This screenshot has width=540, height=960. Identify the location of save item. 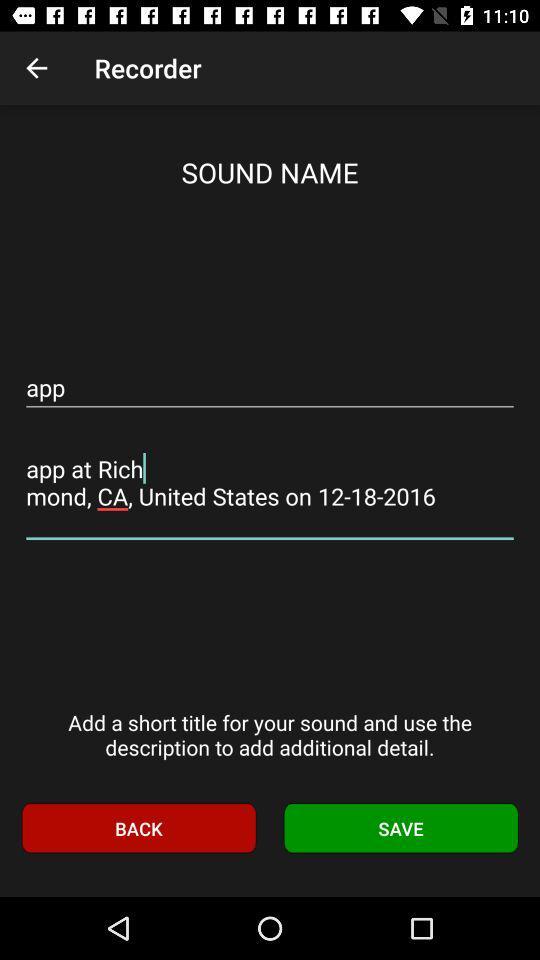
(401, 828).